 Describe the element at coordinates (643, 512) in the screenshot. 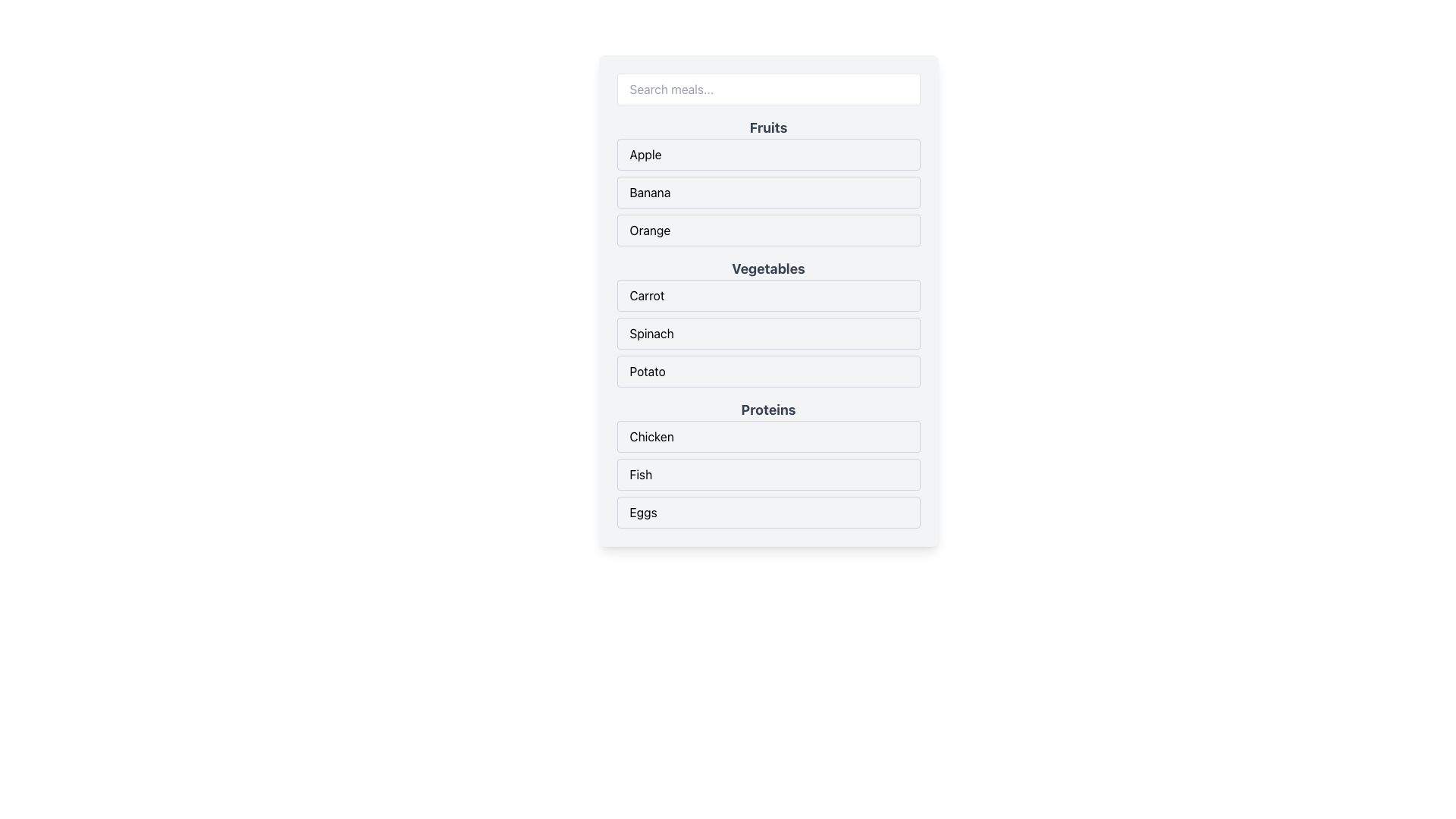

I see `the text label representing the food item 'Eggs', which is the last item in the 'Proteins' category` at that location.